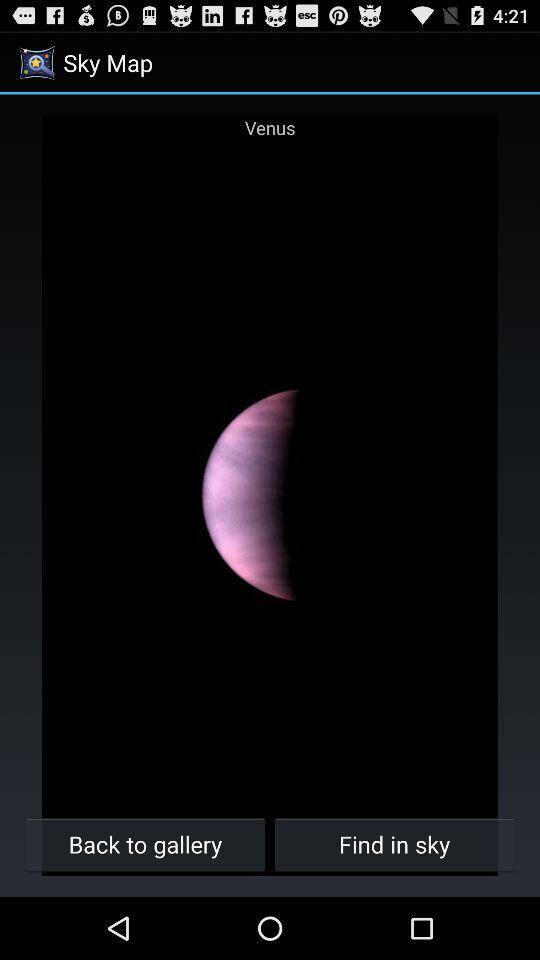 The image size is (540, 960). I want to click on the icon below venus item, so click(394, 843).